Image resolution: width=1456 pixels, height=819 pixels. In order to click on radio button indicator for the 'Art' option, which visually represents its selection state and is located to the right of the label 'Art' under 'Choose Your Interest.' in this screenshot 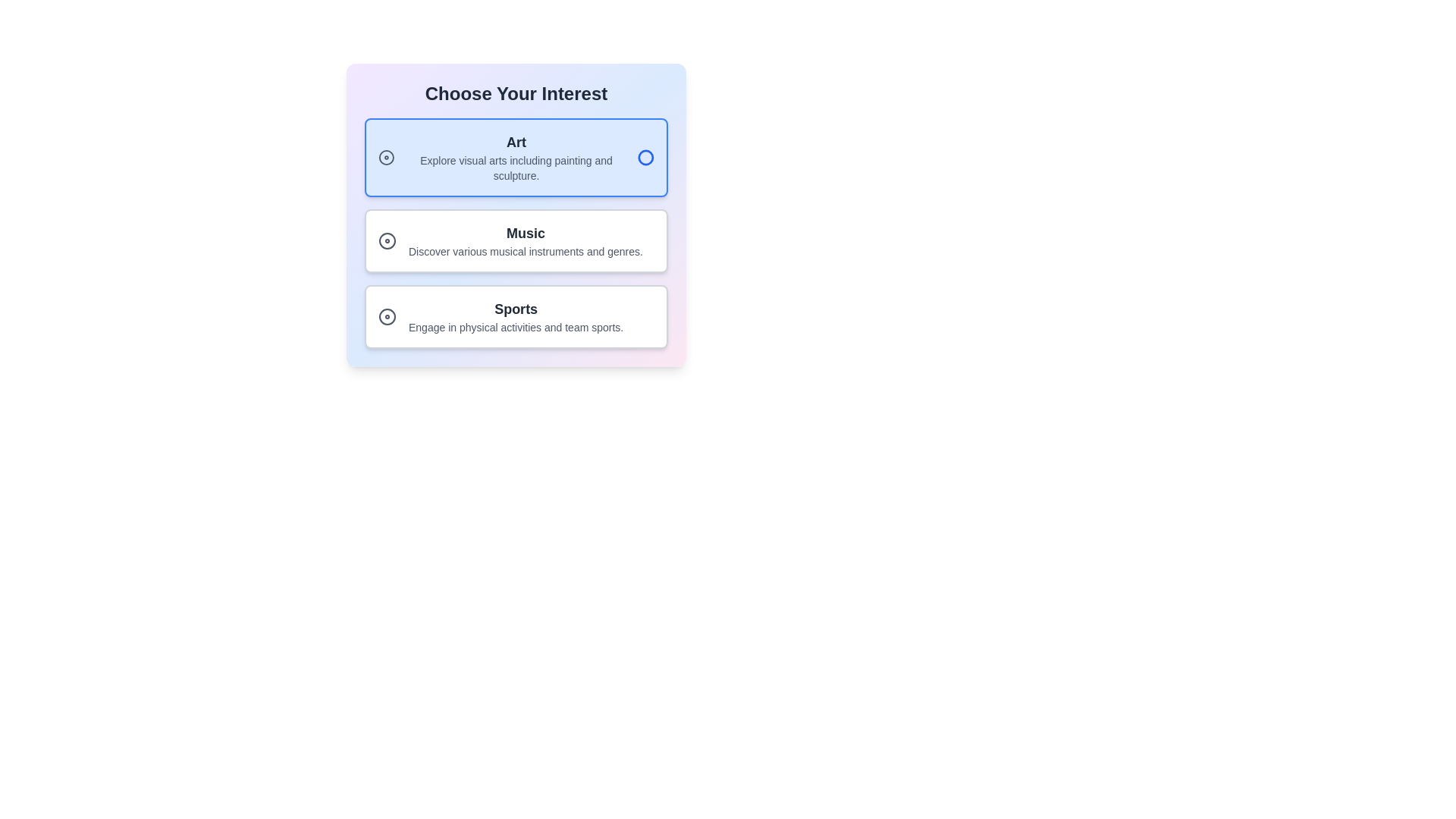, I will do `click(646, 158)`.